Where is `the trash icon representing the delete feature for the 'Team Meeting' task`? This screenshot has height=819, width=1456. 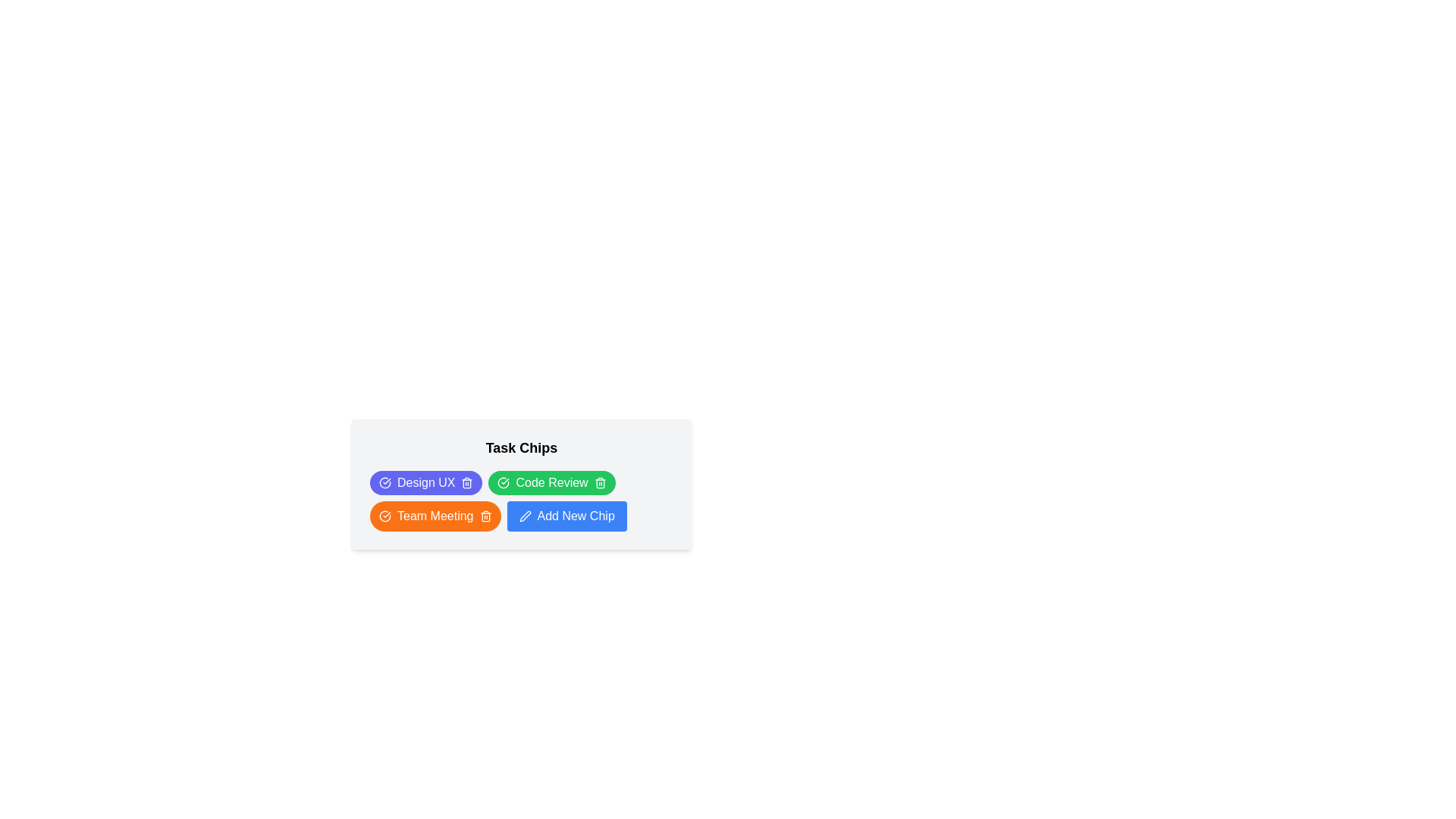 the trash icon representing the delete feature for the 'Team Meeting' task is located at coordinates (485, 516).